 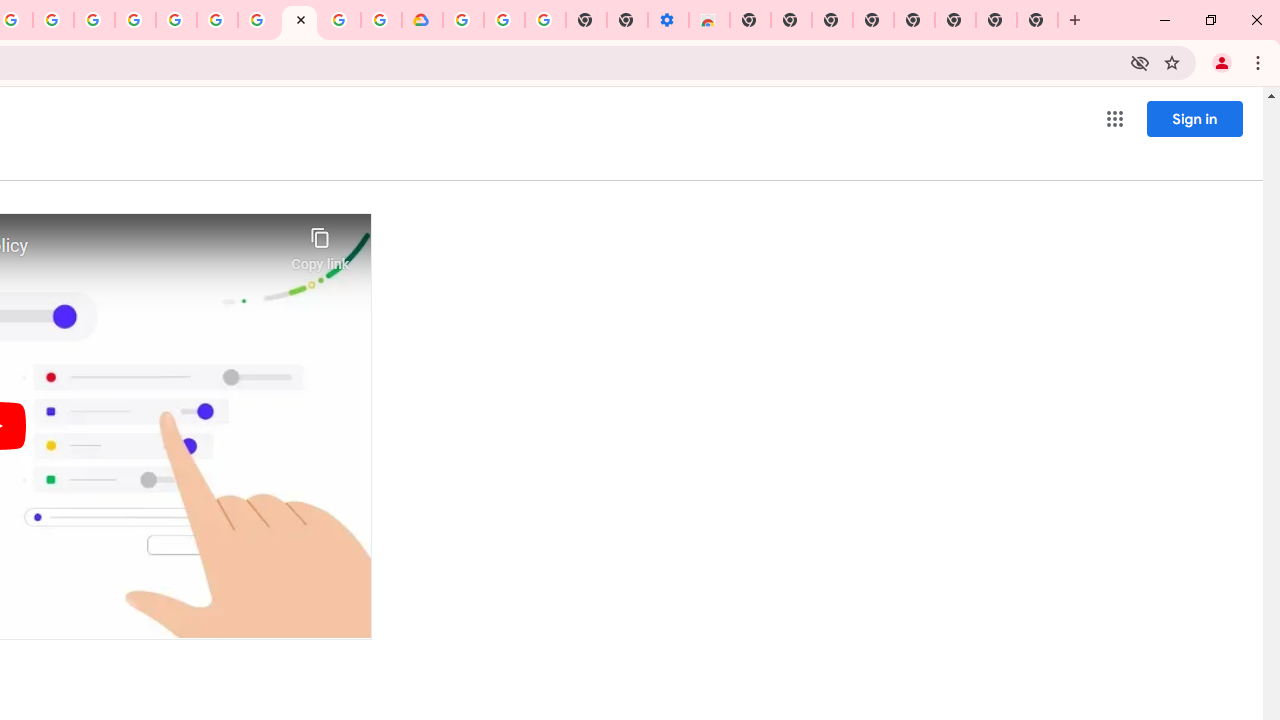 What do you see at coordinates (545, 20) in the screenshot?
I see `'Turn cookies on or off - Computer - Google Account Help'` at bounding box center [545, 20].